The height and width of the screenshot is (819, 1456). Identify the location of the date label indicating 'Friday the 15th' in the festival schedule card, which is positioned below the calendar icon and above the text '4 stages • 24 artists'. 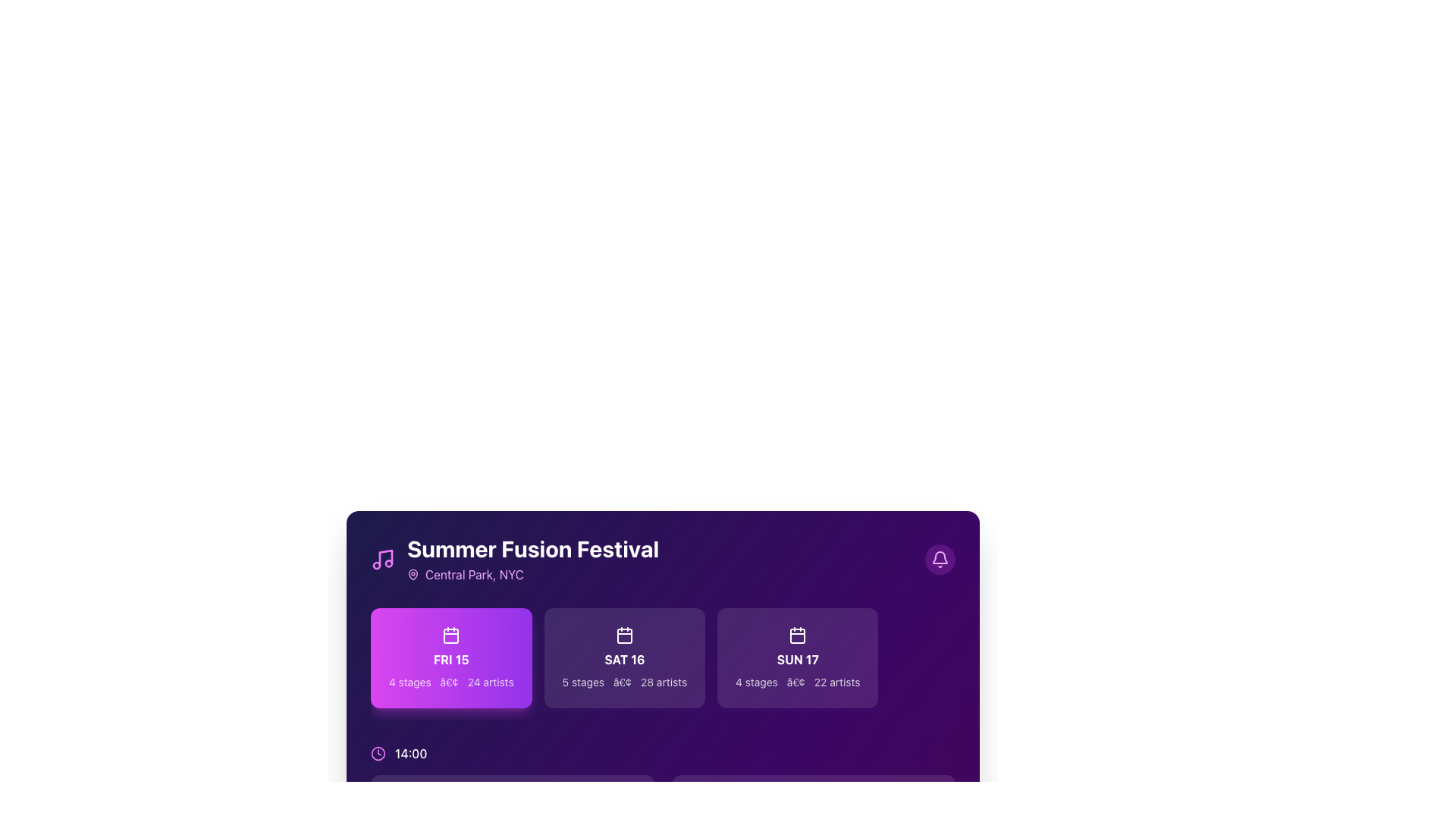
(450, 659).